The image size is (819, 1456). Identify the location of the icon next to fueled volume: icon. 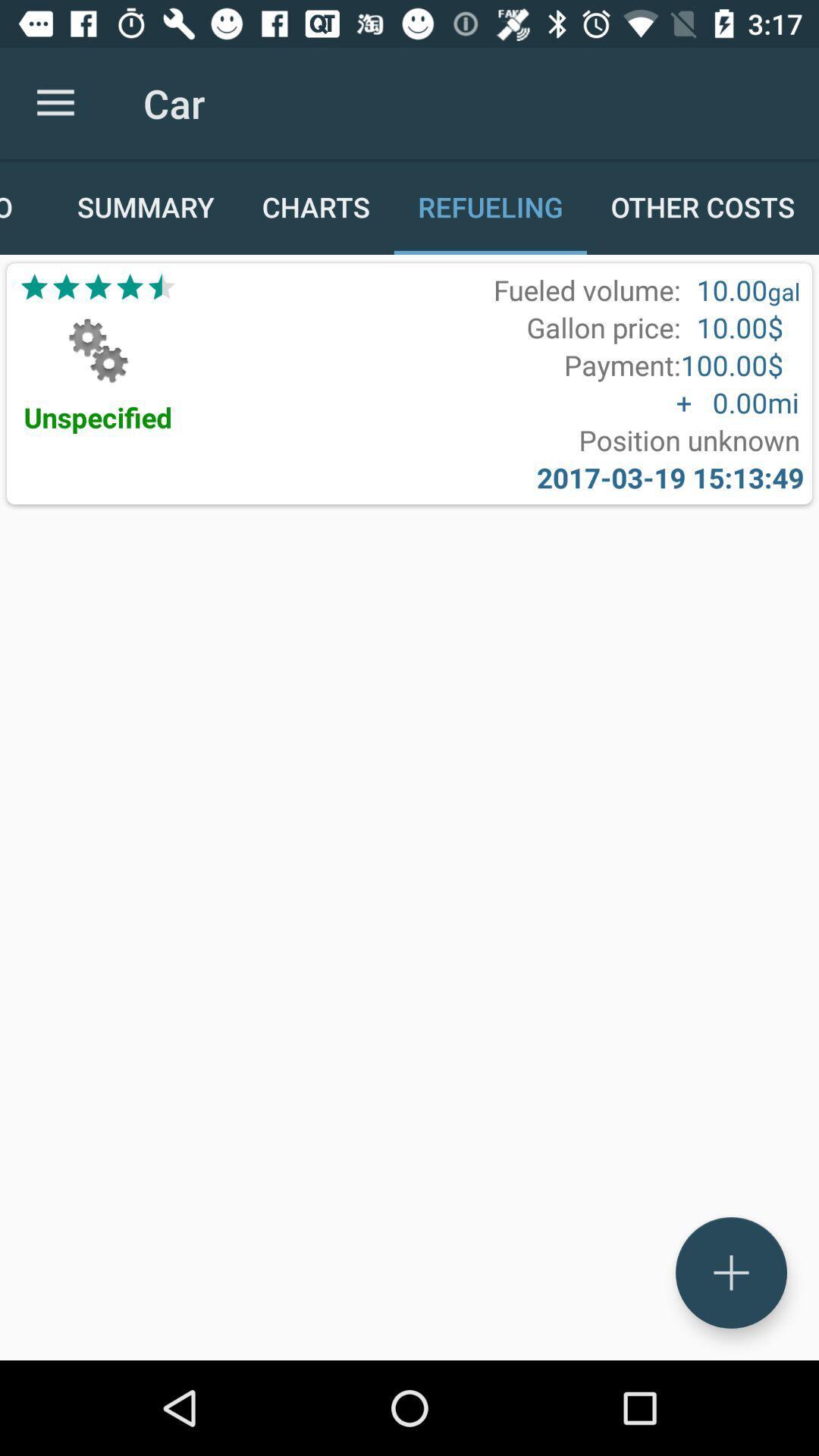
(98, 287).